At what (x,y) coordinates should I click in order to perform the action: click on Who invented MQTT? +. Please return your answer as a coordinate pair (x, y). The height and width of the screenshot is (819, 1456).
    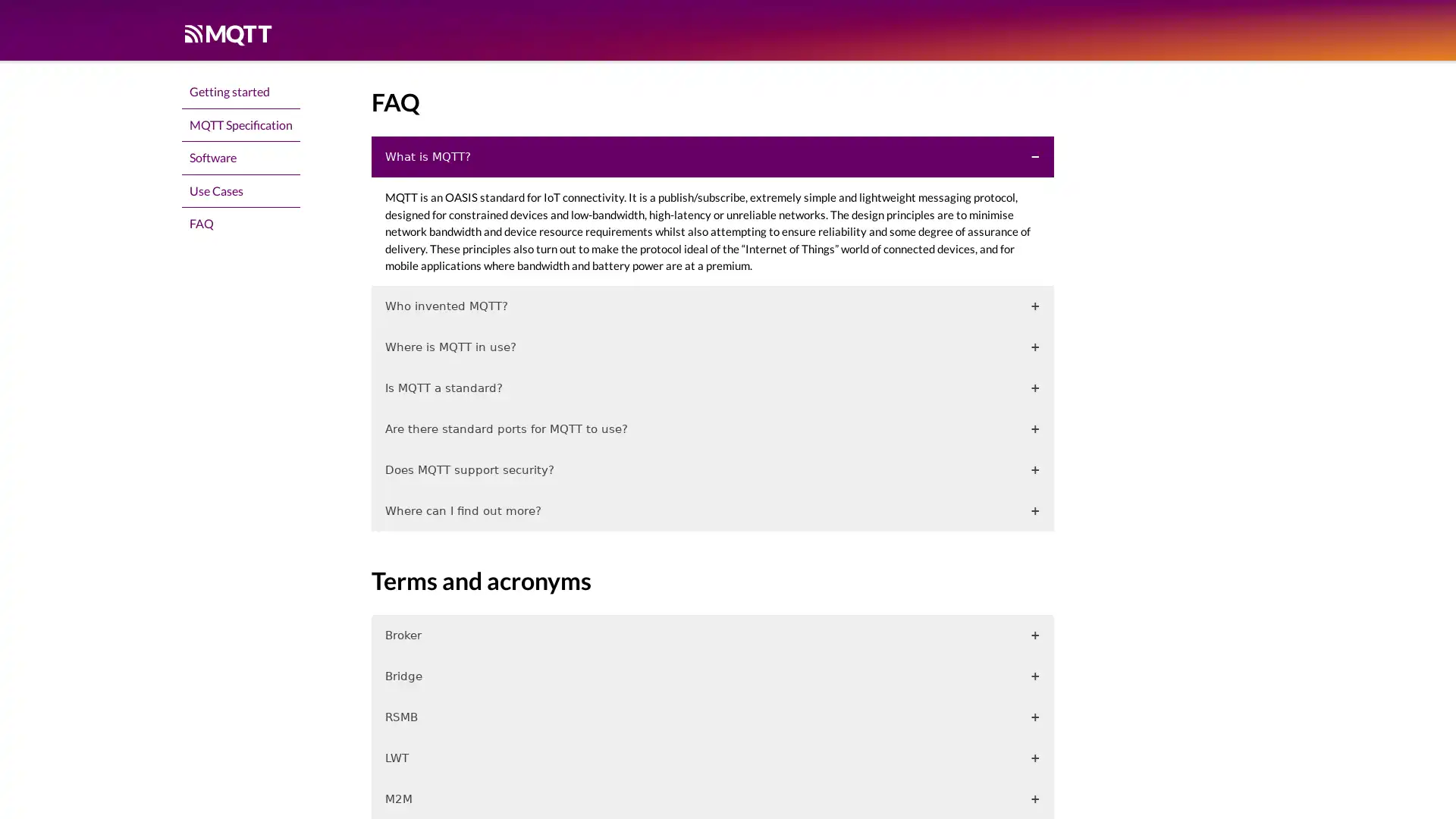
    Looking at the image, I should click on (712, 305).